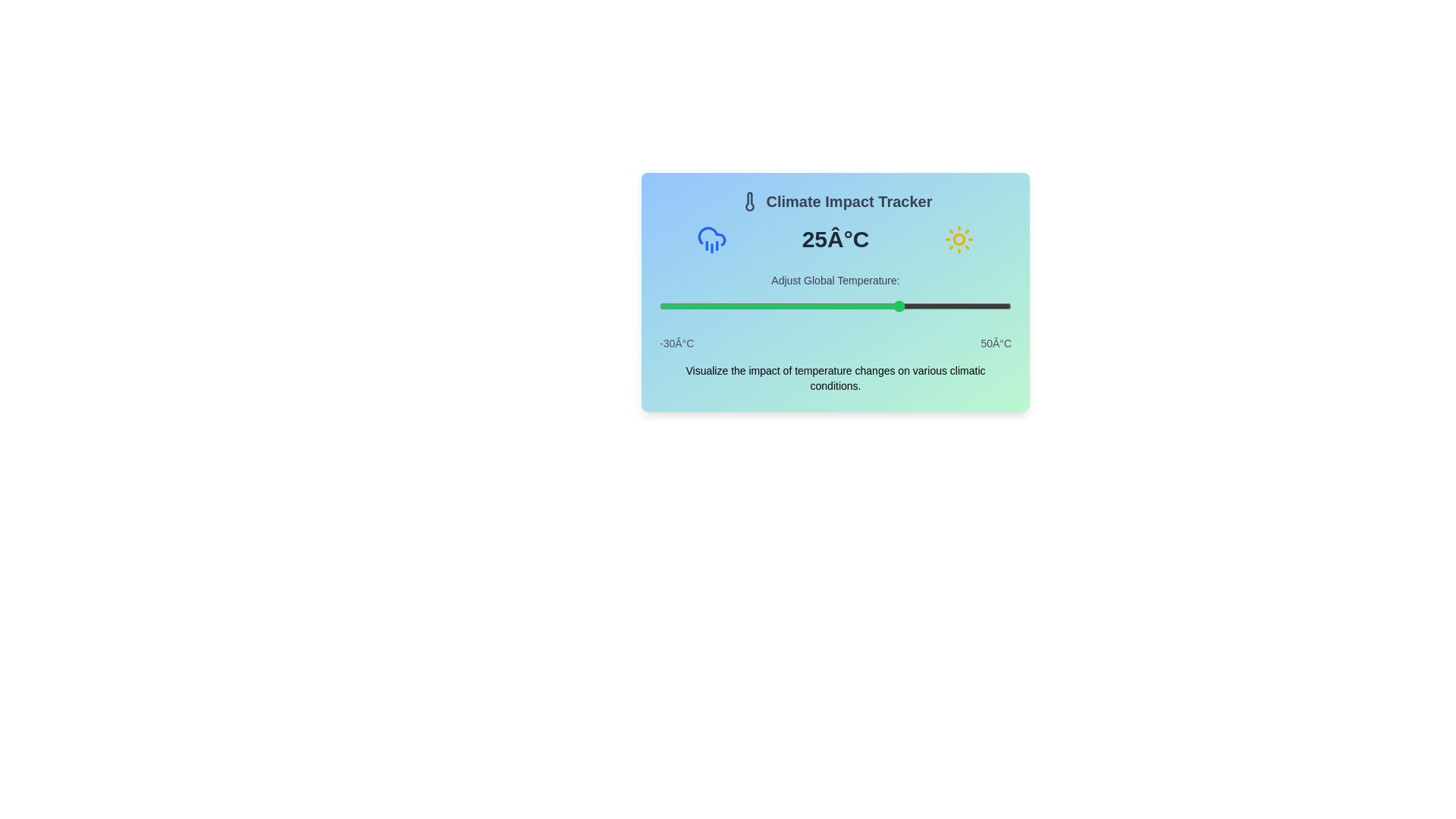 The image size is (1456, 819). I want to click on the temperature slider to set the temperature to 44°C, so click(985, 306).